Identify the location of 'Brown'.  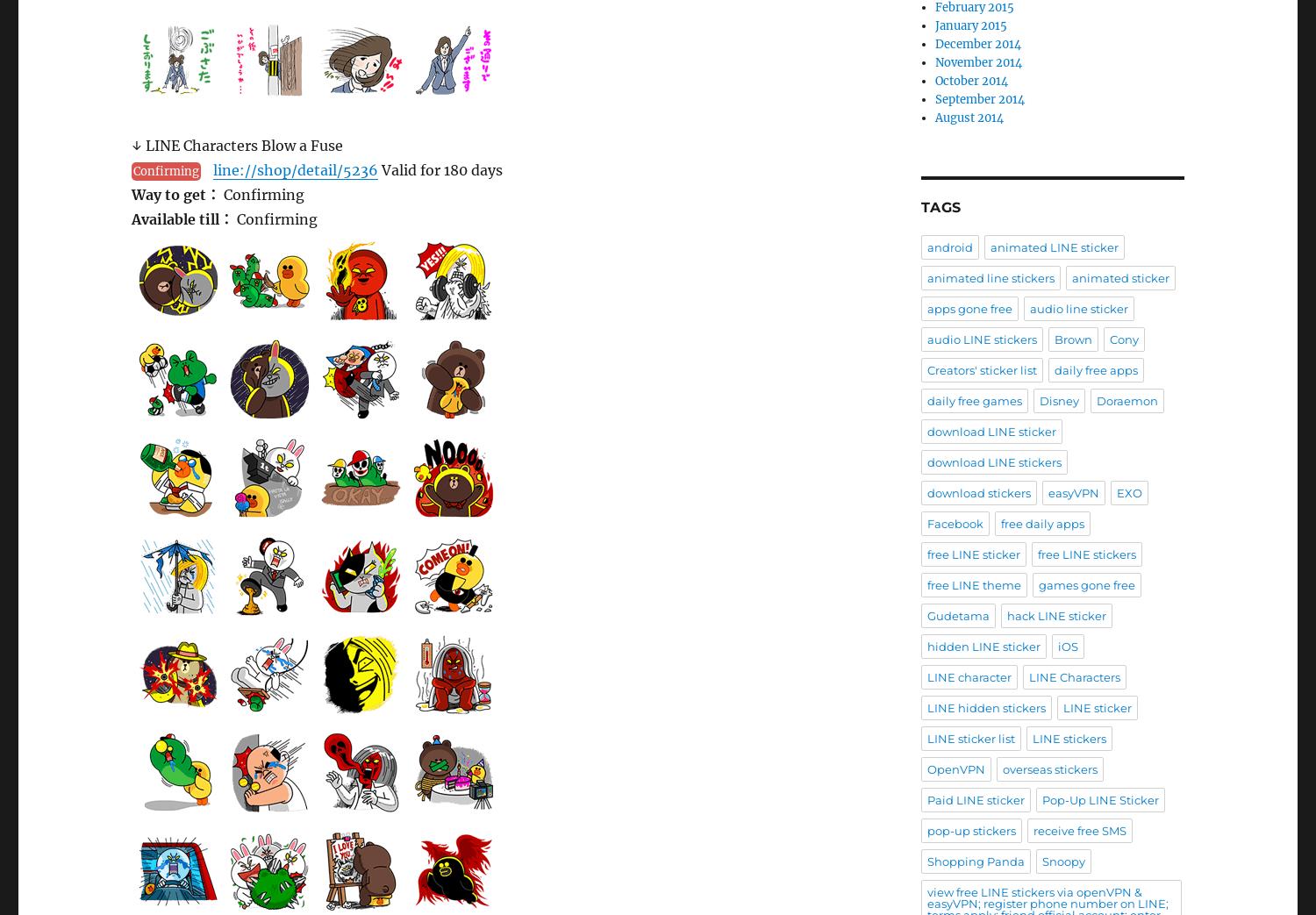
(1053, 339).